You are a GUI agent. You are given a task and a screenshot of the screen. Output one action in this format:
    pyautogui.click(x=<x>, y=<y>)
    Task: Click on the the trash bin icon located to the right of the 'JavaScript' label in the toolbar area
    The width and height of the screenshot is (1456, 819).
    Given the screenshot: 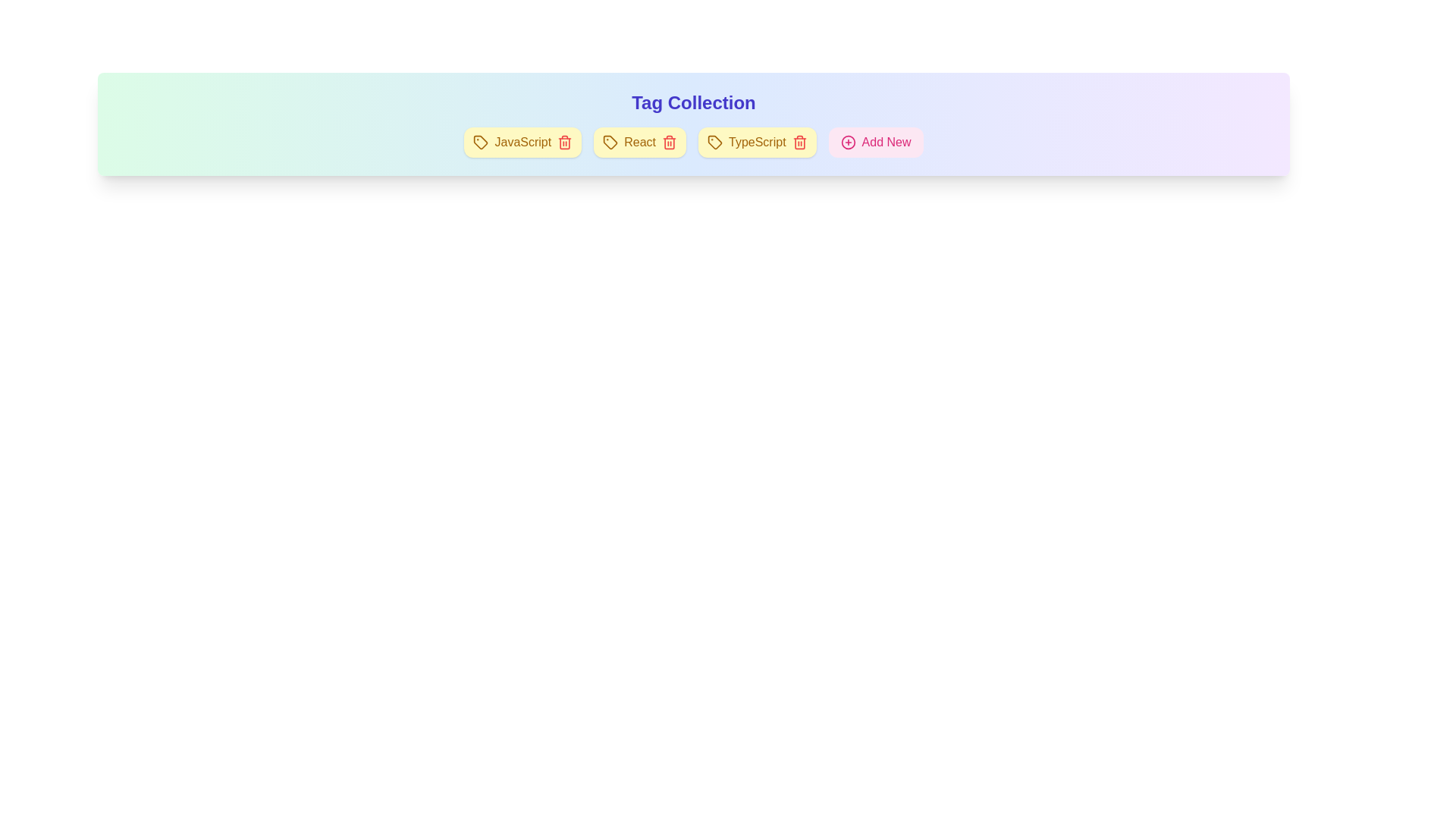 What is the action you would take?
    pyautogui.click(x=564, y=143)
    